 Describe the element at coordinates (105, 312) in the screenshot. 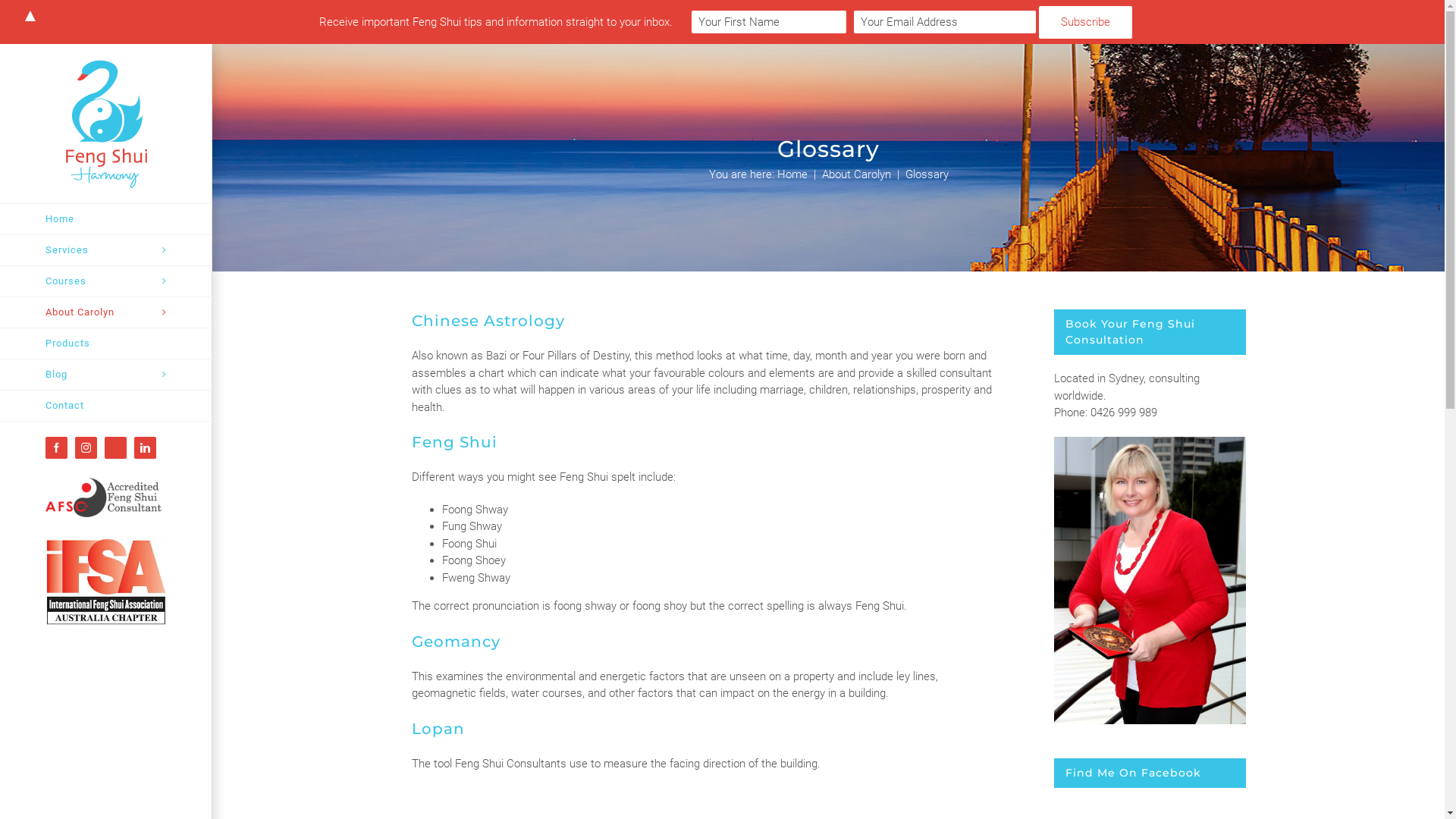

I see `'About Carolyn'` at that location.